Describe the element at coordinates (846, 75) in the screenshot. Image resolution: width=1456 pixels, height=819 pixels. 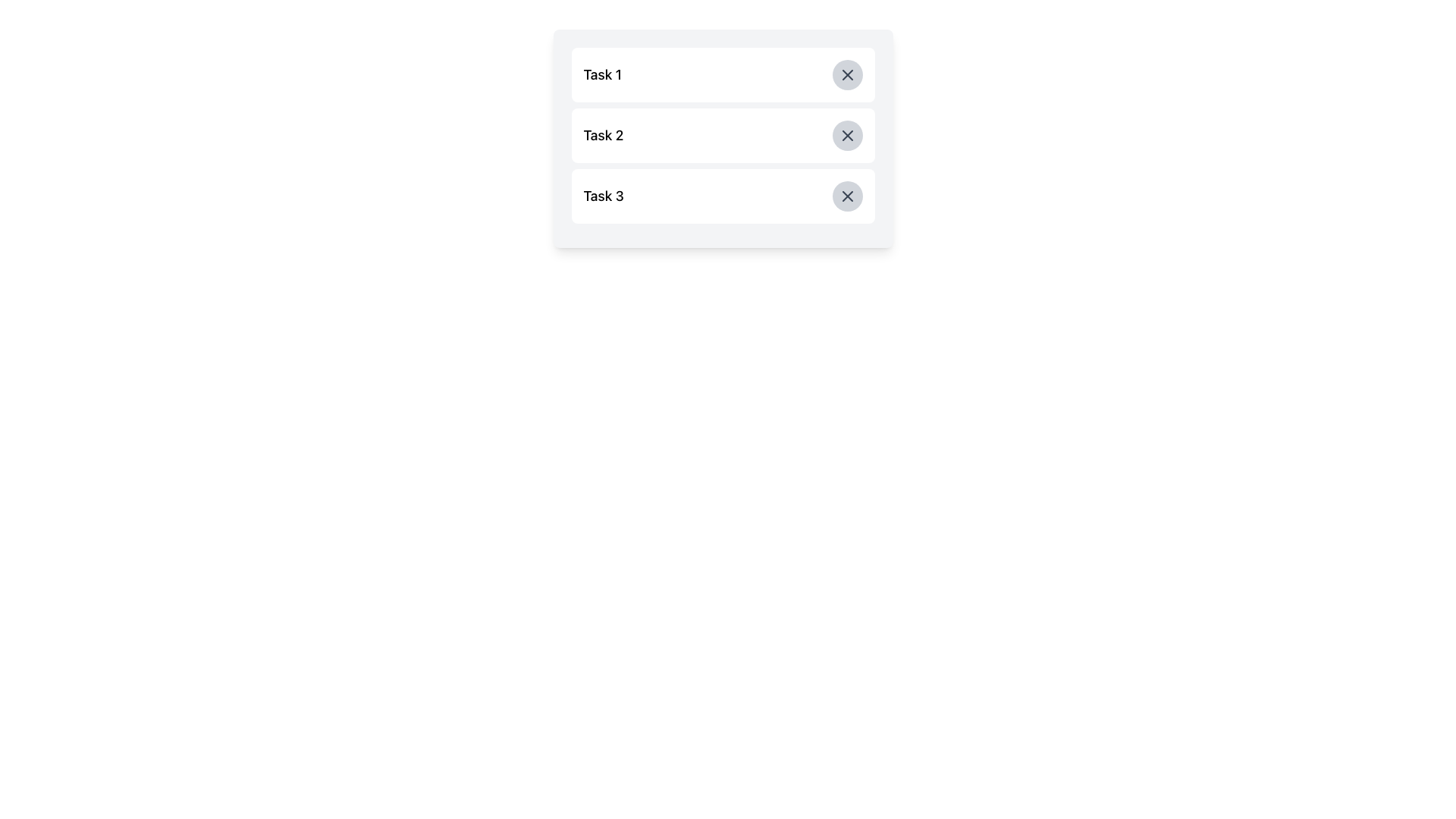
I see `the circular gray button with an 'X' icon within the 'Task 1' entry` at that location.